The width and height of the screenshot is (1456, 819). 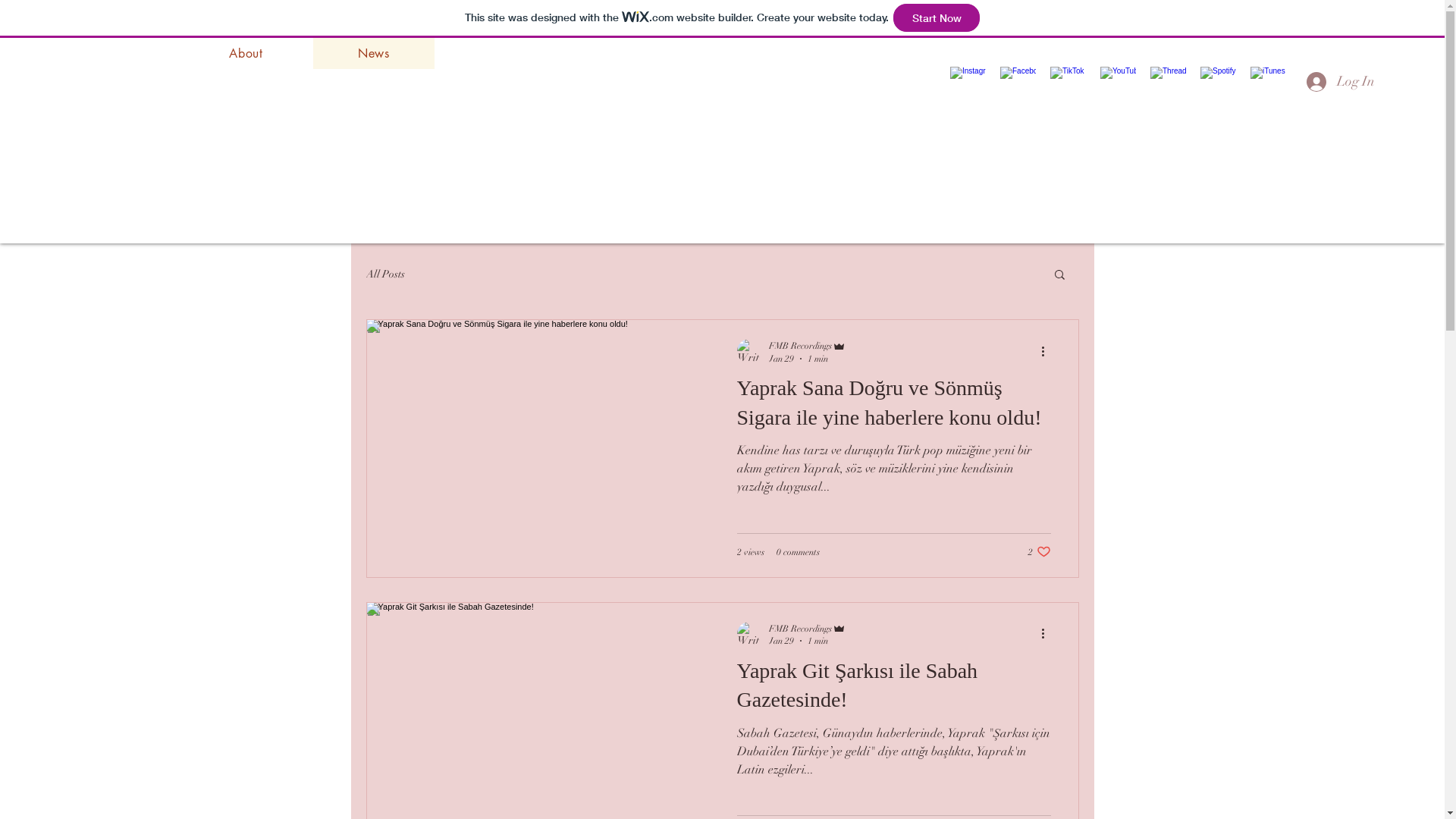 What do you see at coordinates (384, 273) in the screenshot?
I see `'All Posts'` at bounding box center [384, 273].